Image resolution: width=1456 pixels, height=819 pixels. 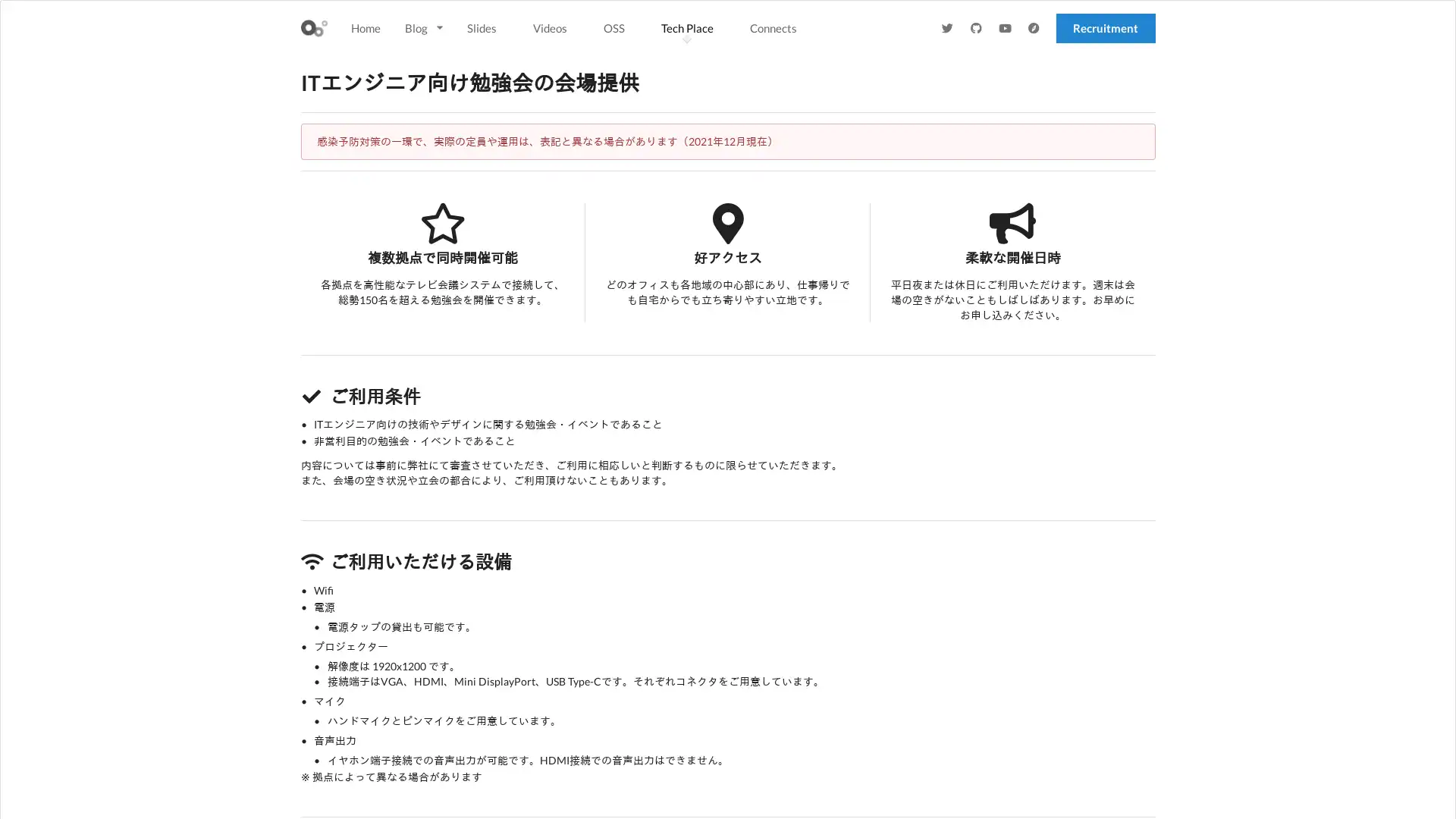 I want to click on Recruitment, so click(x=1105, y=28).